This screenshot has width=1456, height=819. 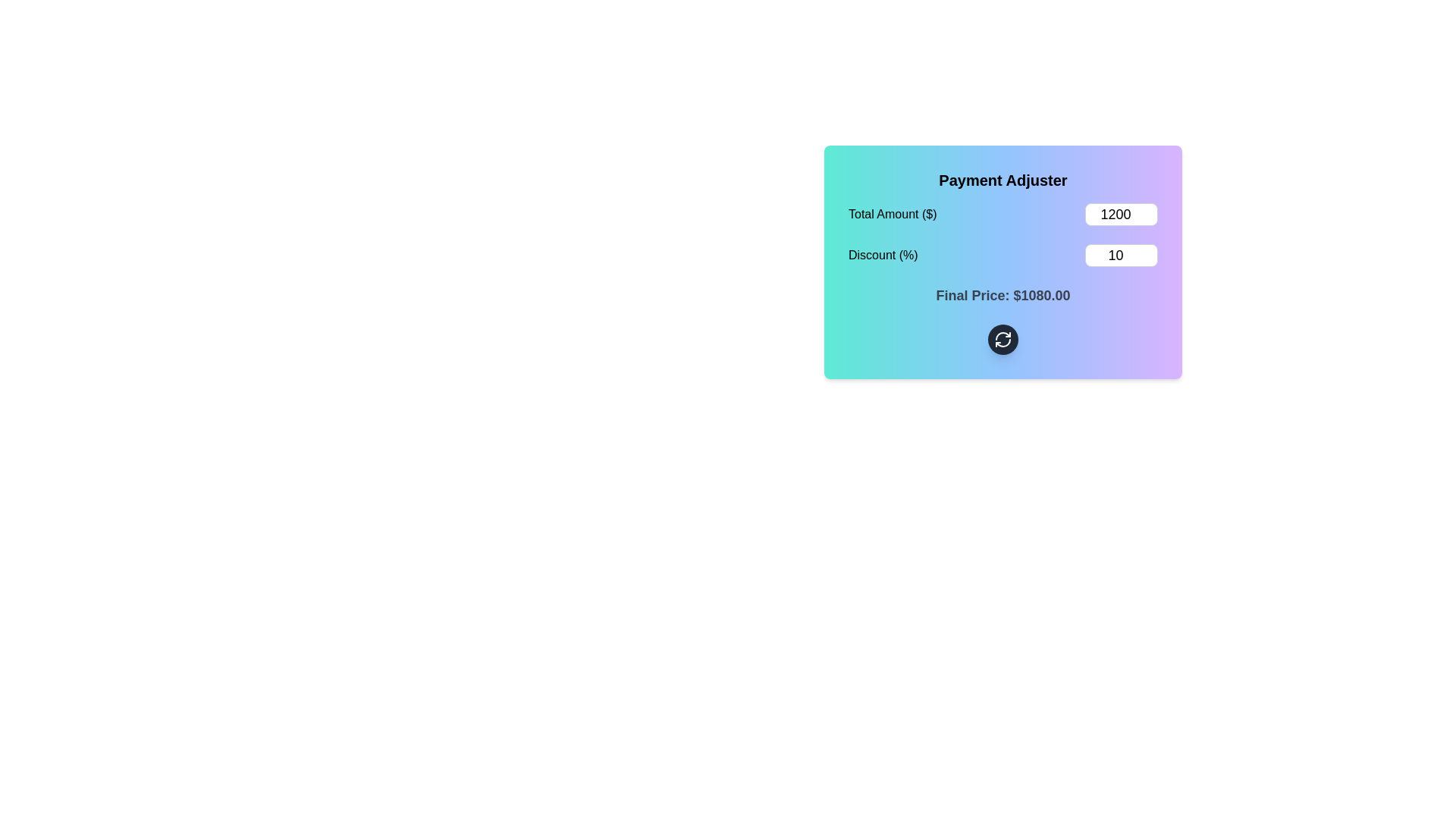 I want to click on on the final price display located within the 'Payment Adjuster' Form section, which is centrally positioned in a rounded rectangle with a gradient color transitioning from teal, so click(x=1003, y=278).